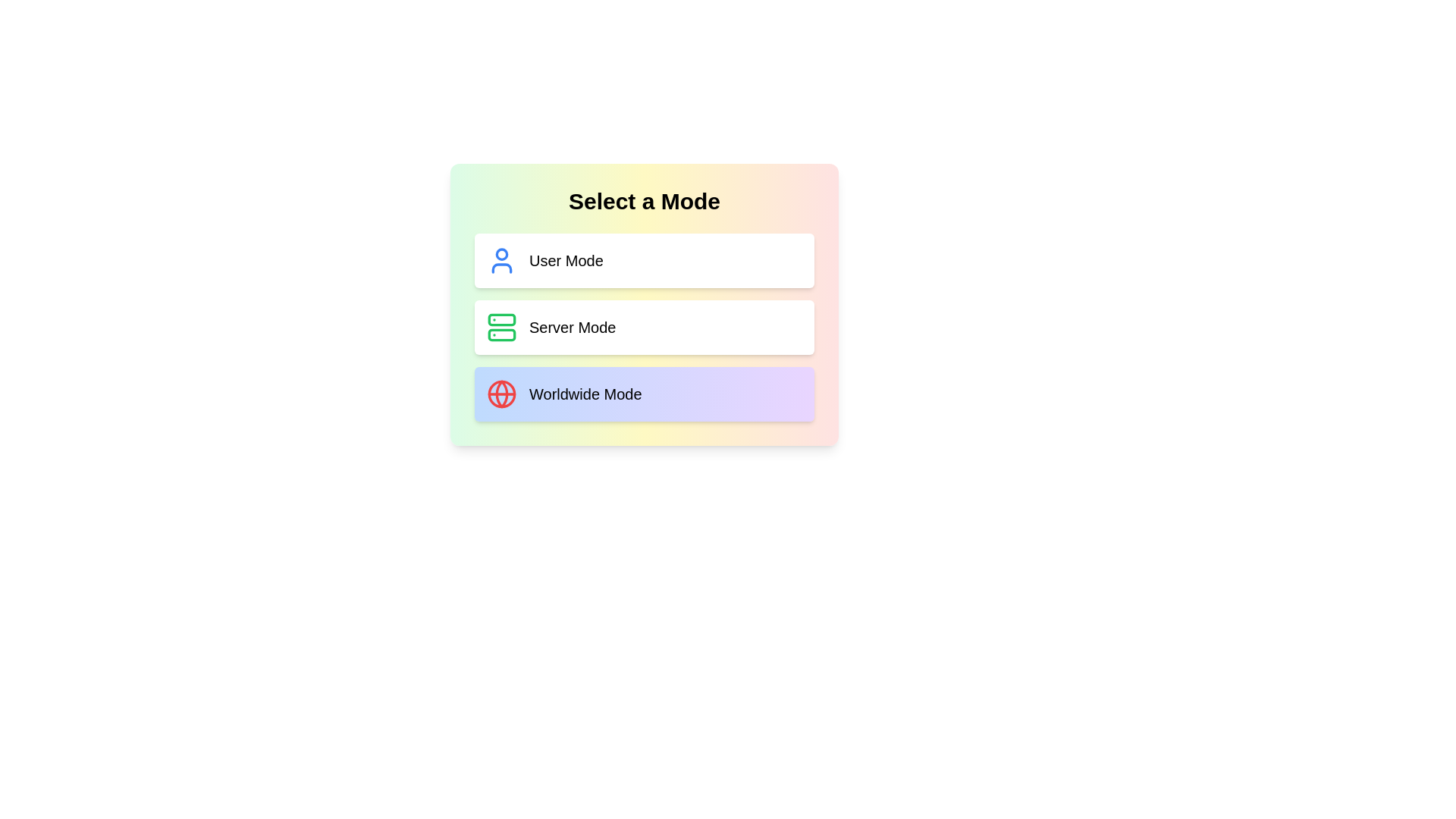 The height and width of the screenshot is (819, 1456). What do you see at coordinates (572, 327) in the screenshot?
I see `text label 'Server Mode' which is styled in medium font size and weight, positioned next to a server icon within a selection panel` at bounding box center [572, 327].